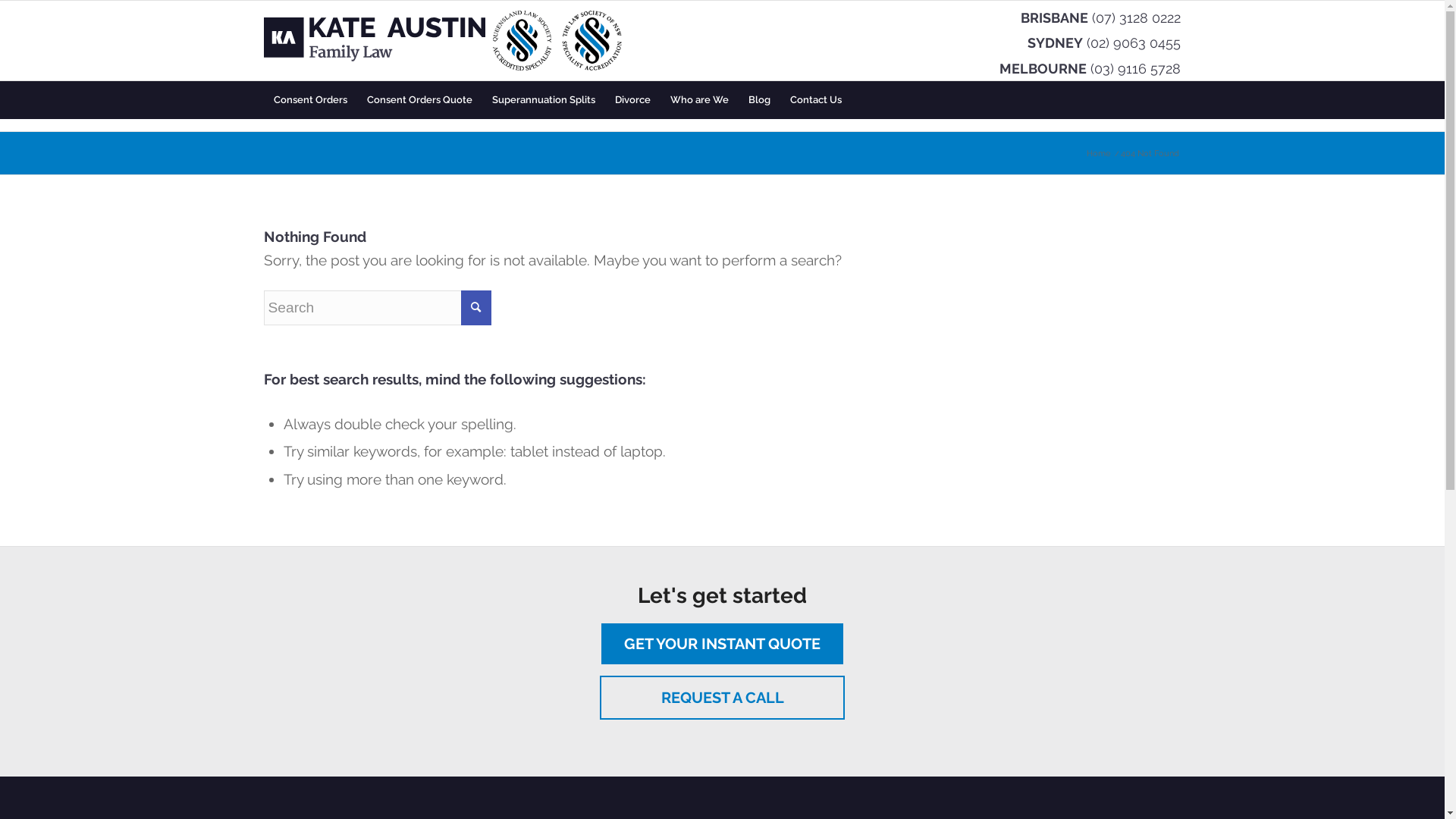 This screenshot has width=1456, height=819. What do you see at coordinates (739, 99) in the screenshot?
I see `'Blog'` at bounding box center [739, 99].